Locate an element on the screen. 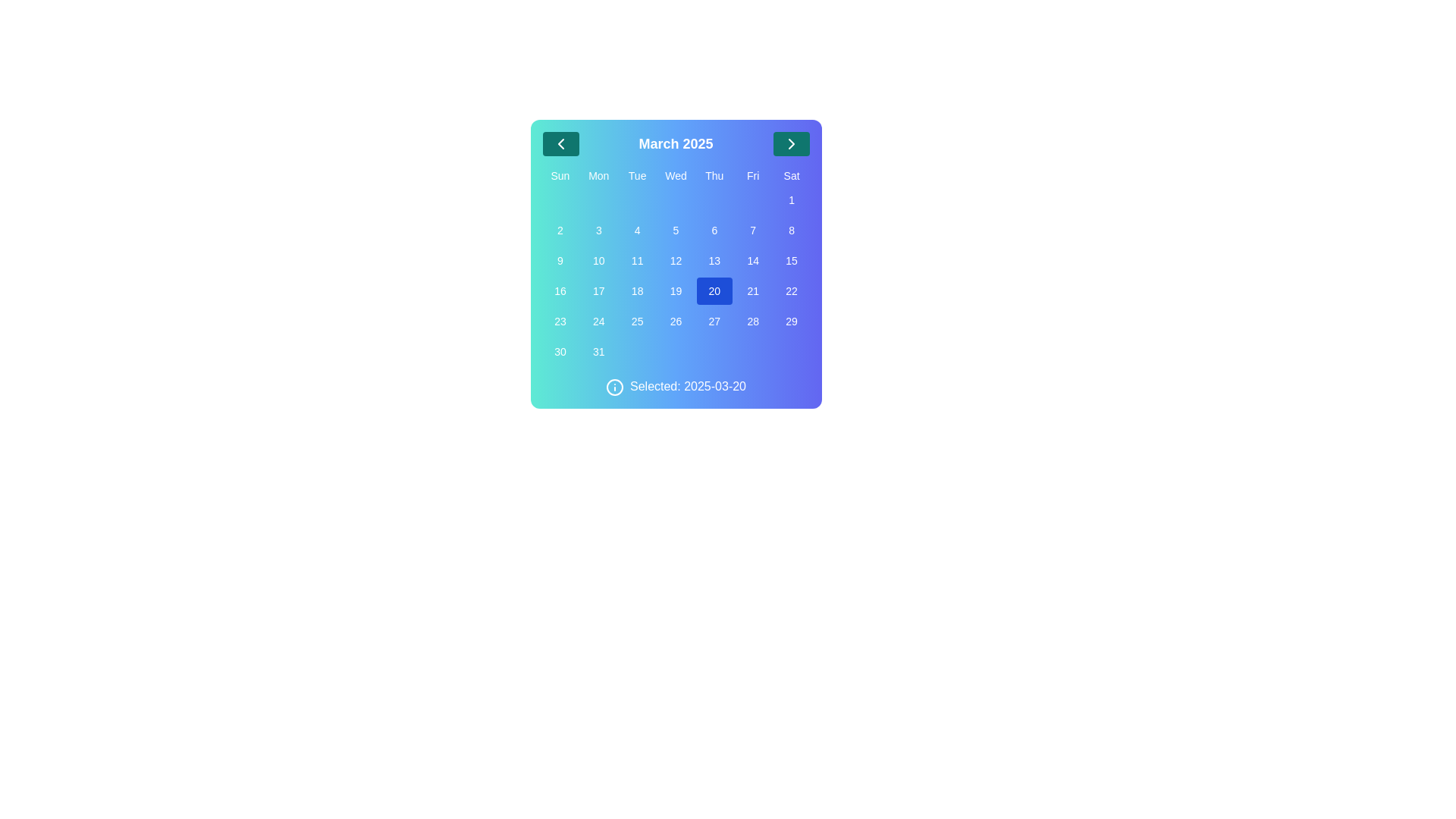 The width and height of the screenshot is (1456, 819). the button representing the 13th day in the calendar view is located at coordinates (714, 259).